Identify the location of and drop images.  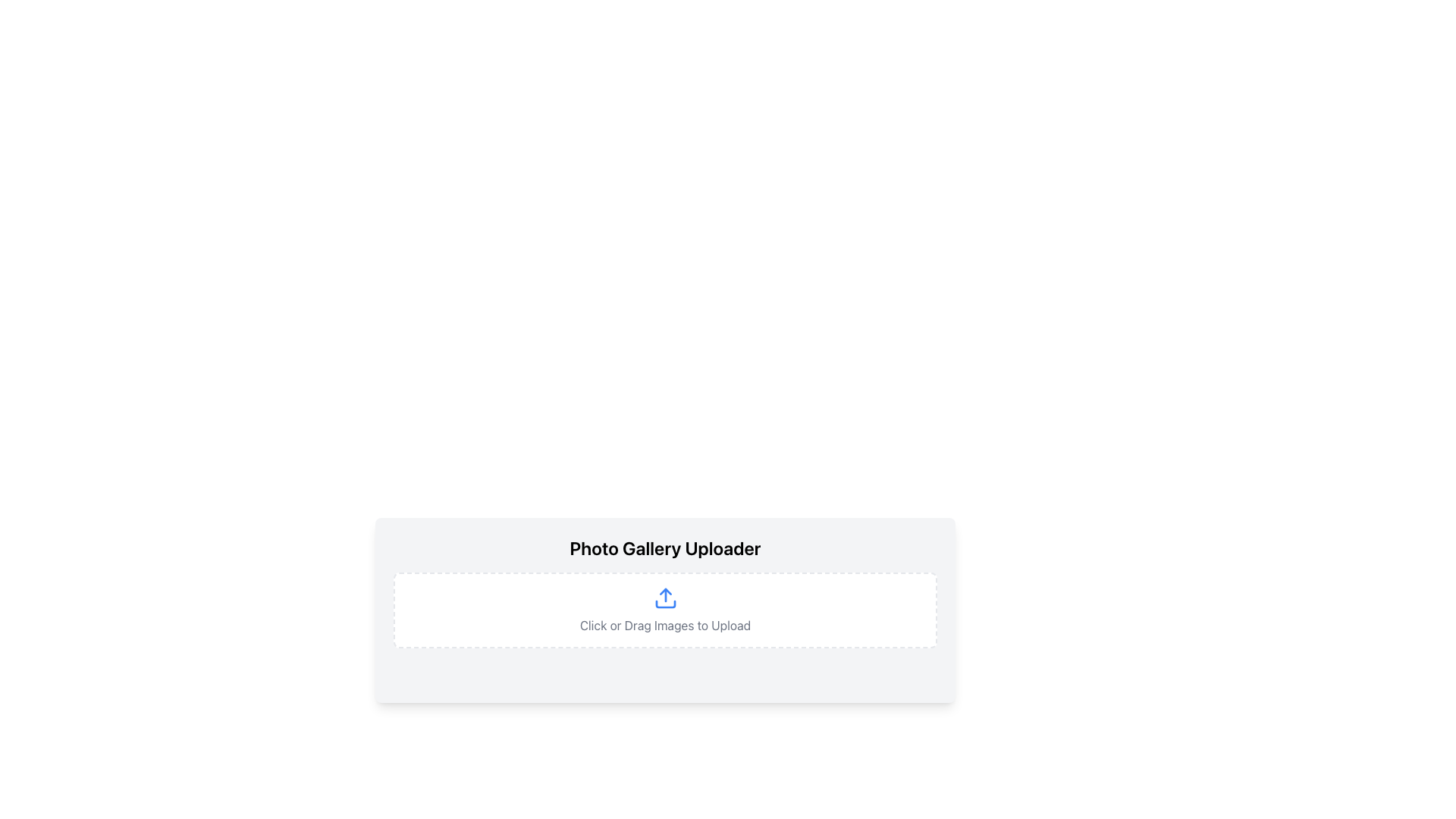
(665, 610).